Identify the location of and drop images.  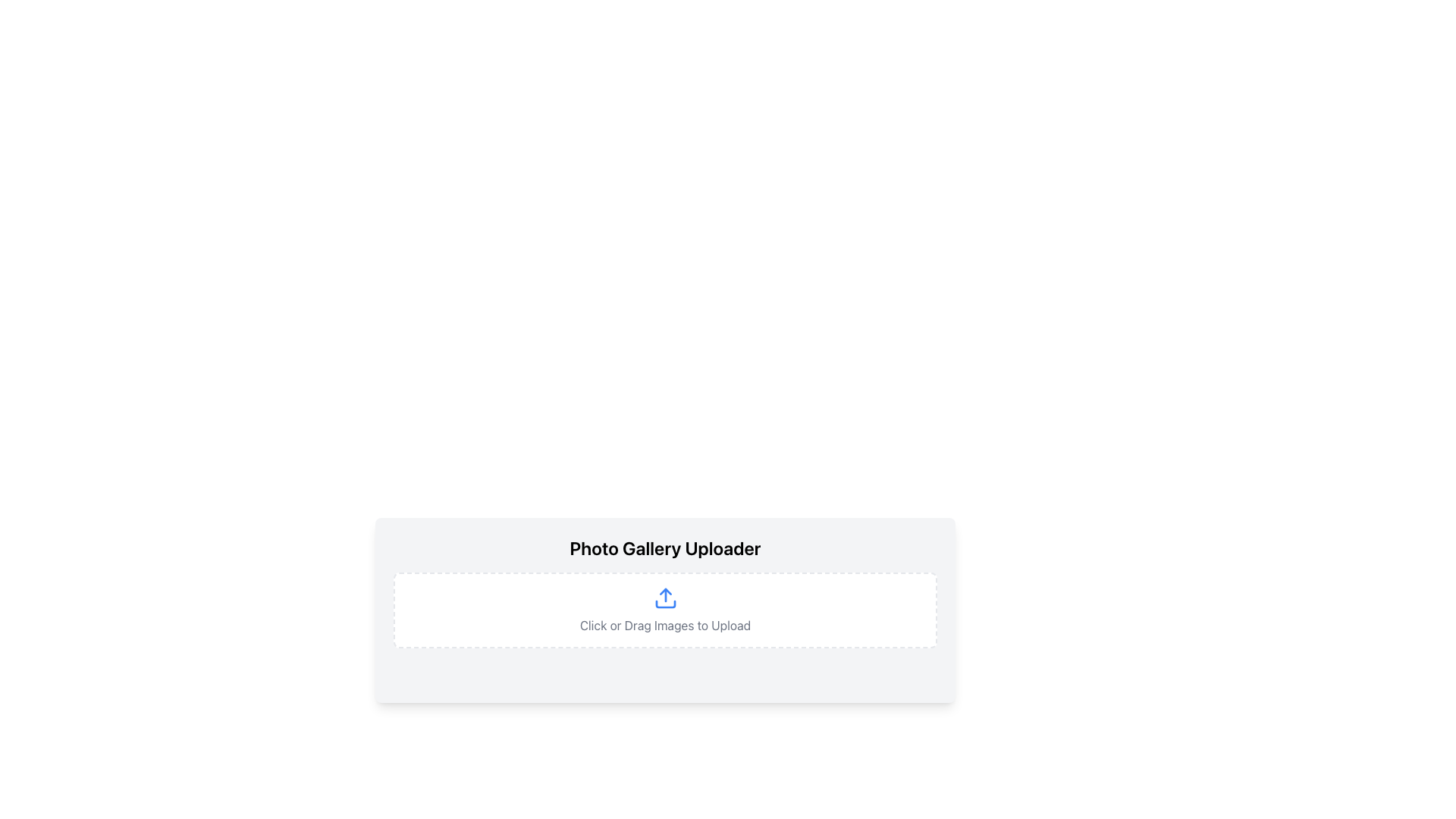
(665, 610).